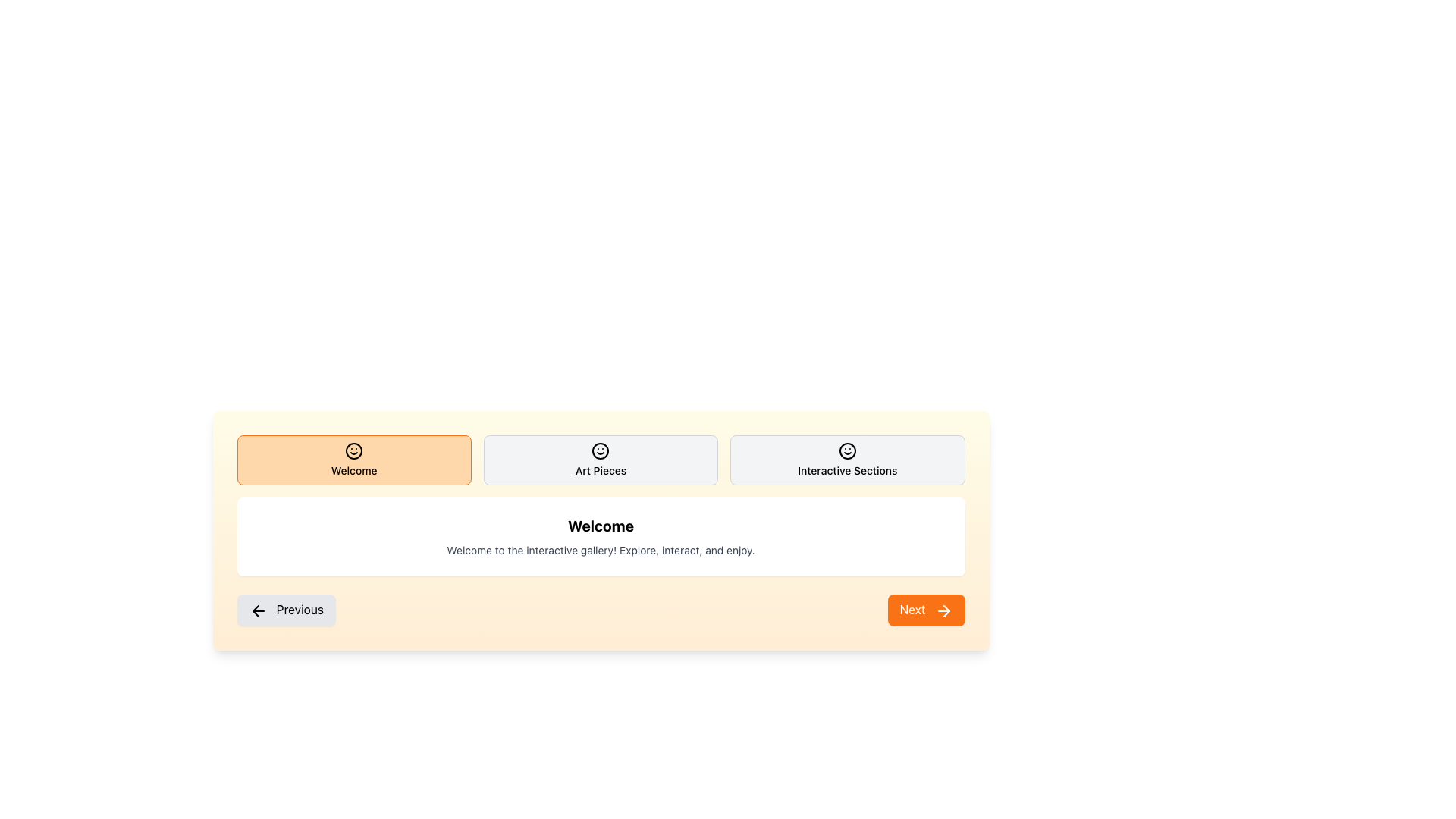 The width and height of the screenshot is (1456, 819). Describe the element at coordinates (946, 610) in the screenshot. I see `the rightward-pointing arrow icon within the 'Next' button located at the bottom-right corner of the interface` at that location.